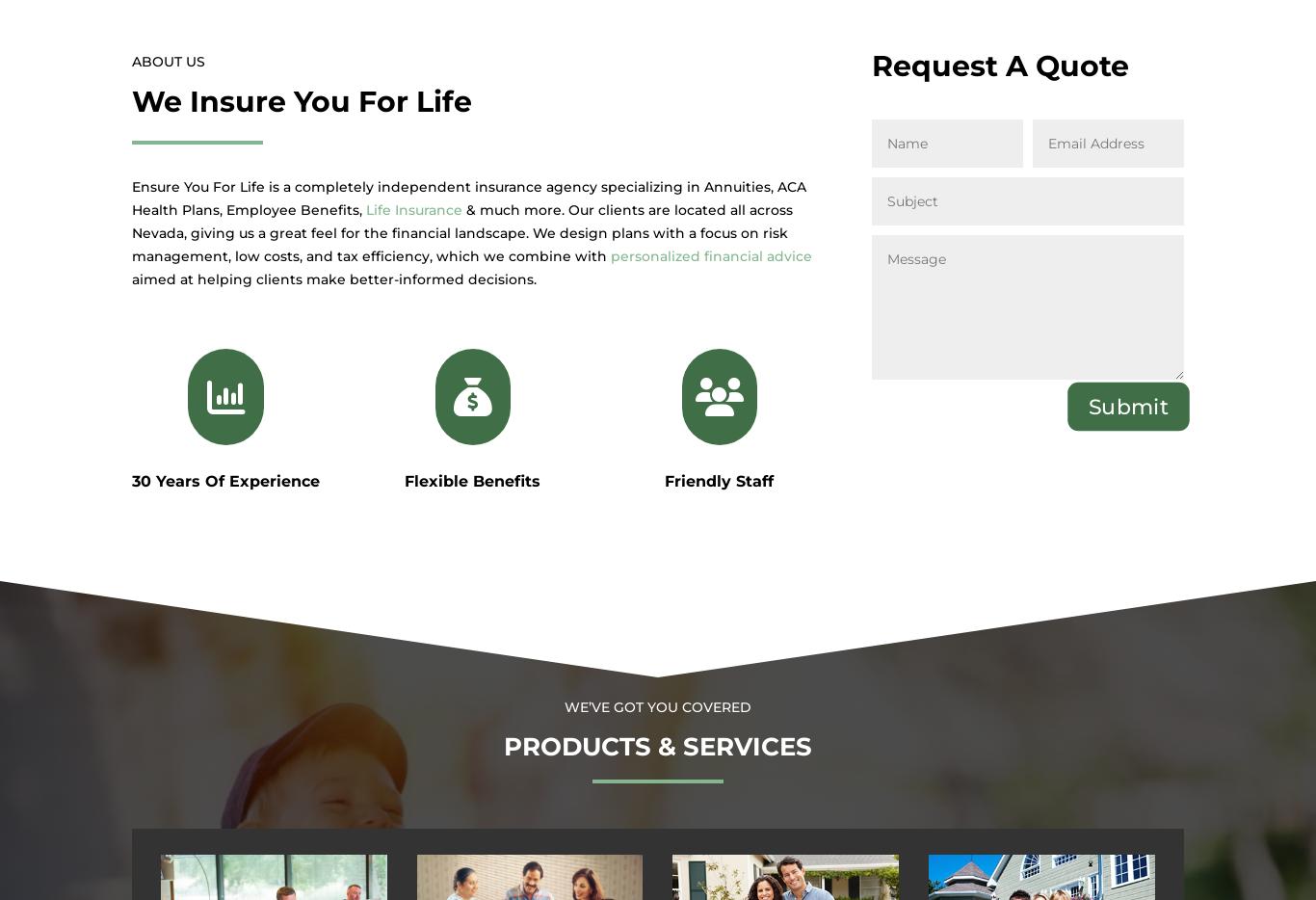 The width and height of the screenshot is (1316, 900). What do you see at coordinates (719, 480) in the screenshot?
I see `'Friendly Staff'` at bounding box center [719, 480].